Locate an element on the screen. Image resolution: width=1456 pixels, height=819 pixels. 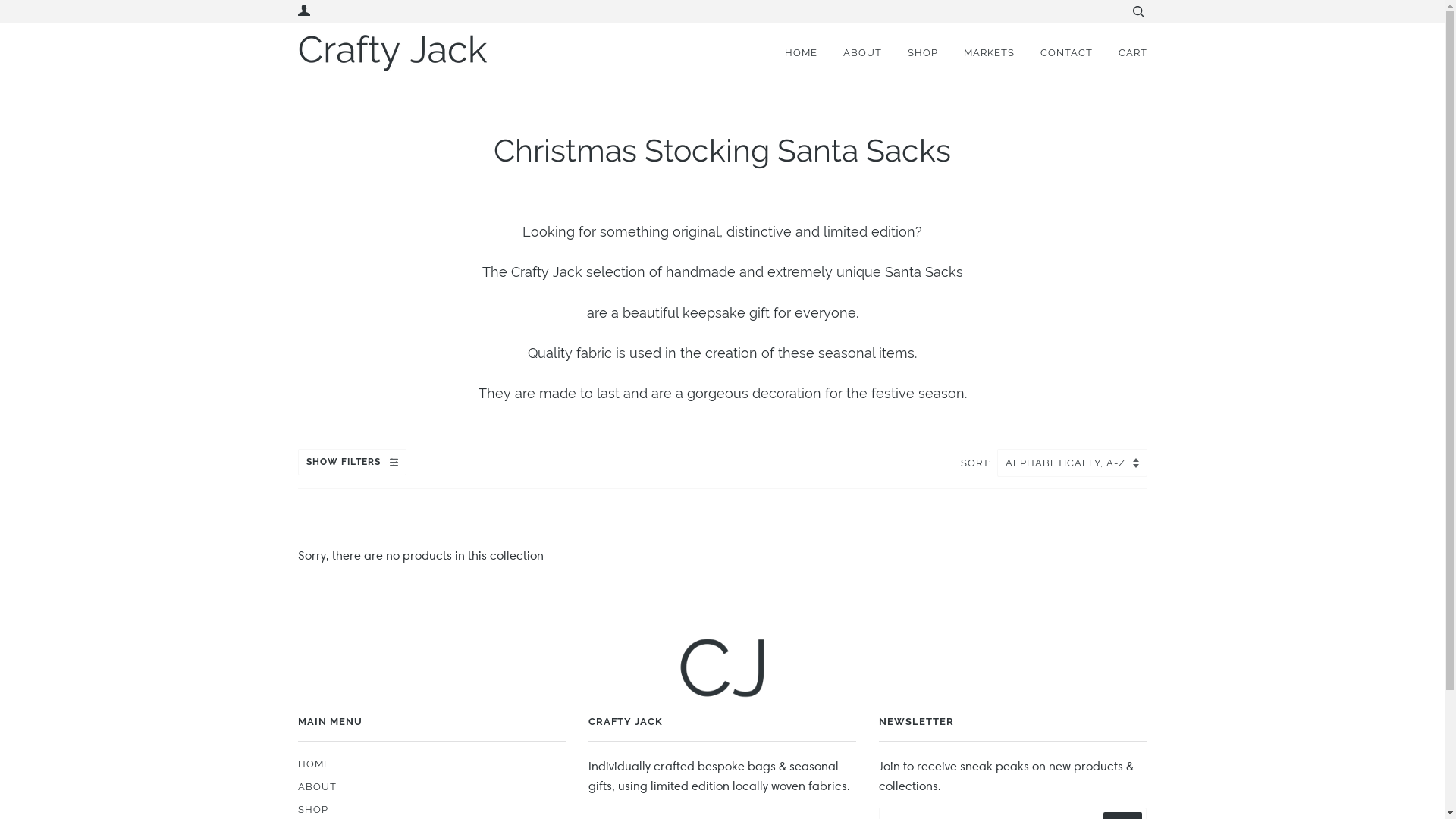
'CART' is located at coordinates (1121, 52).